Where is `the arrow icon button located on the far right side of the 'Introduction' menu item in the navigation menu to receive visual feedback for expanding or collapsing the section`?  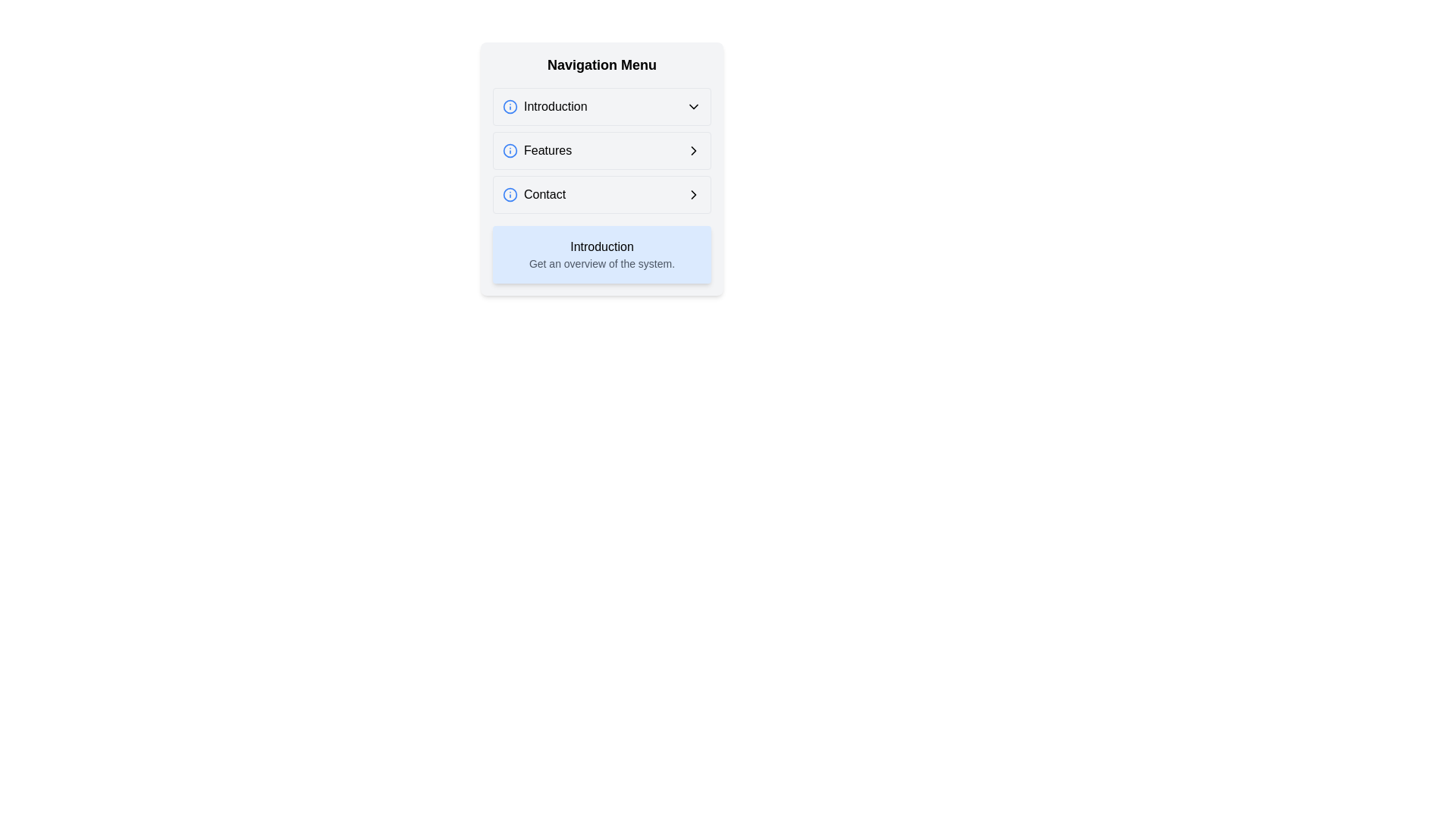
the arrow icon button located on the far right side of the 'Introduction' menu item in the navigation menu to receive visual feedback for expanding or collapsing the section is located at coordinates (693, 106).